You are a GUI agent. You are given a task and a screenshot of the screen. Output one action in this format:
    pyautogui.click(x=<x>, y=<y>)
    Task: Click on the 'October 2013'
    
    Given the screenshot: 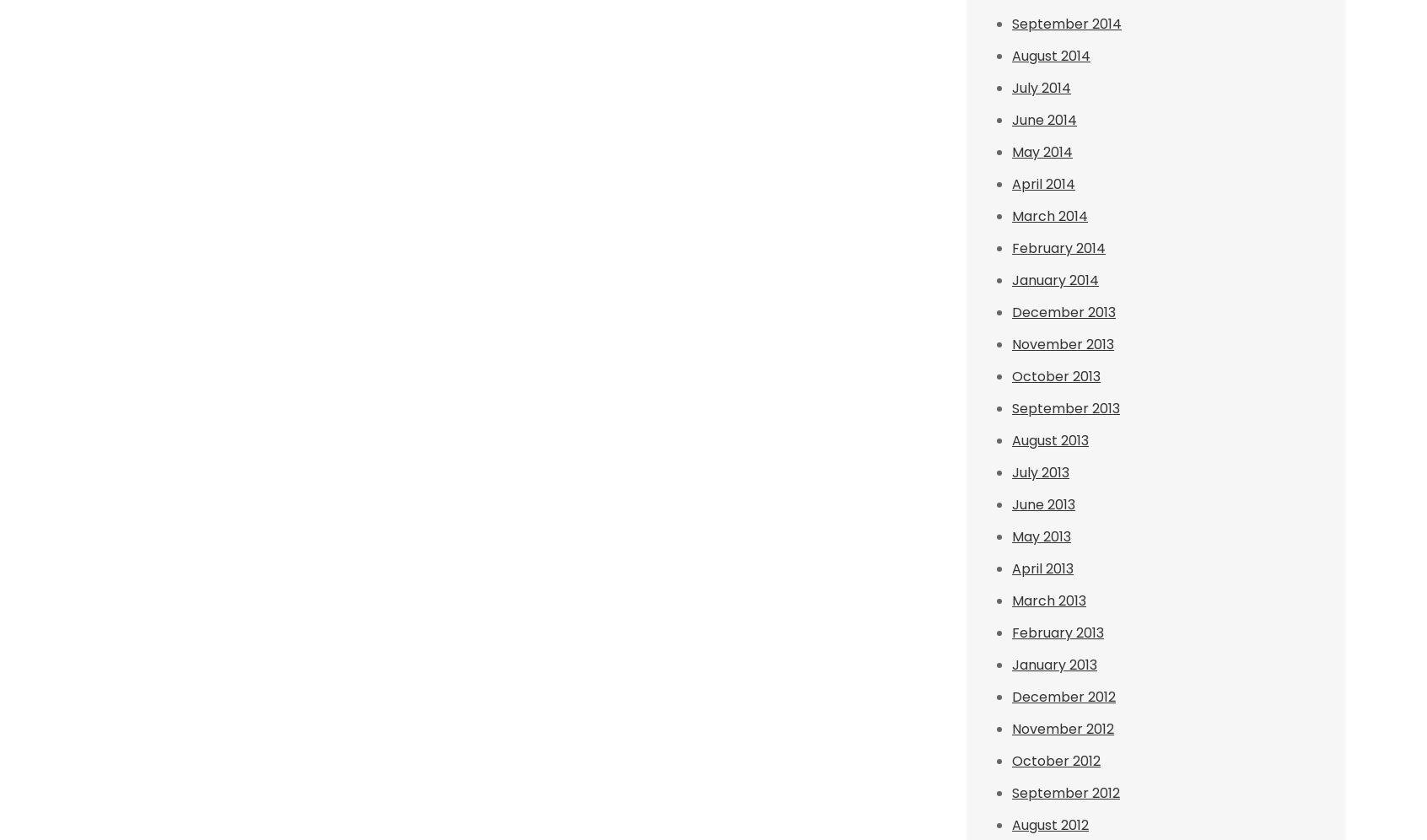 What is the action you would take?
    pyautogui.click(x=1010, y=376)
    